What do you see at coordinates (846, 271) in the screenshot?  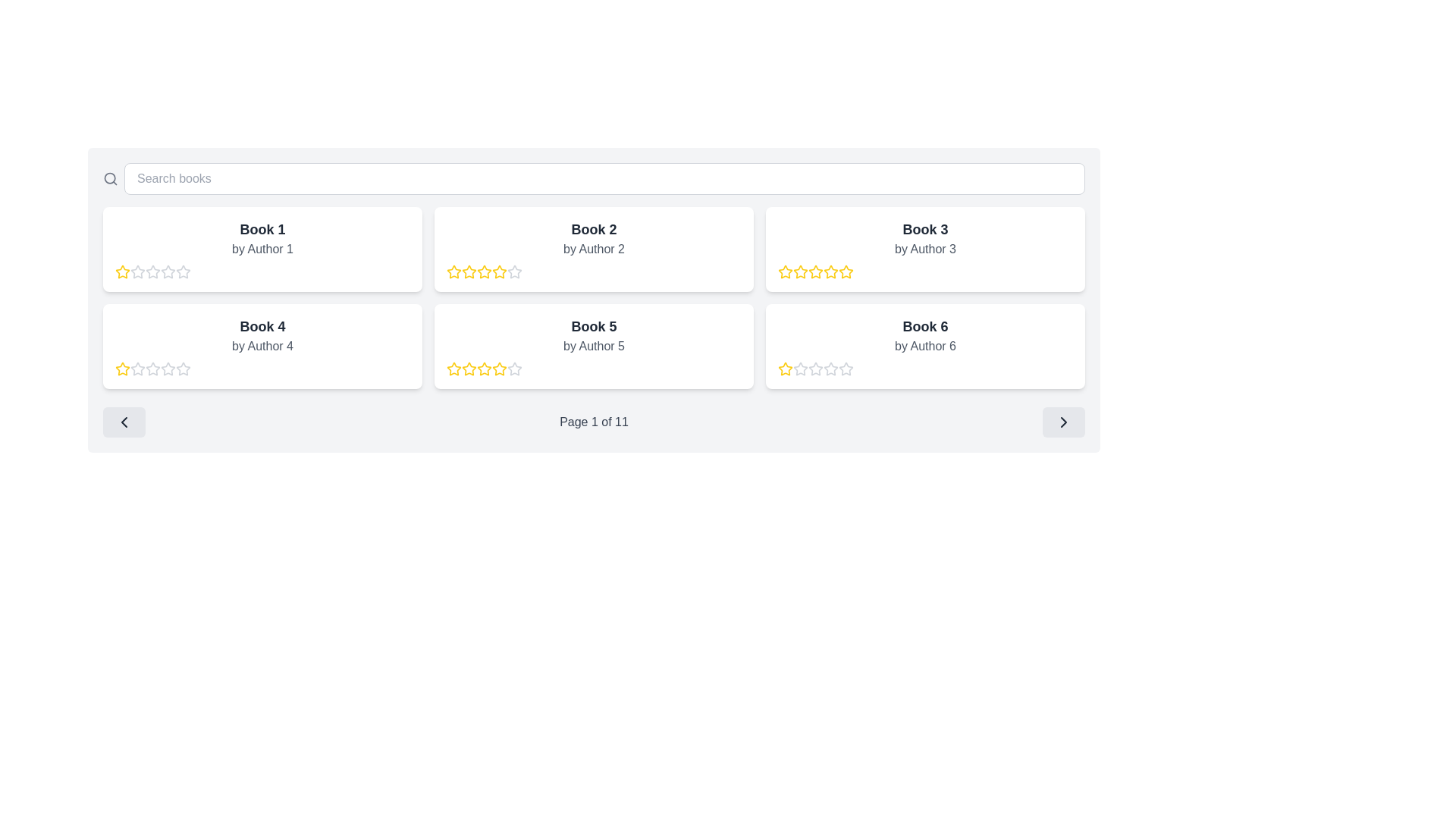 I see `the fifth yellow star icon for rating associated with 'Book 3', which is outlined in black and positioned below the book's title and author information` at bounding box center [846, 271].